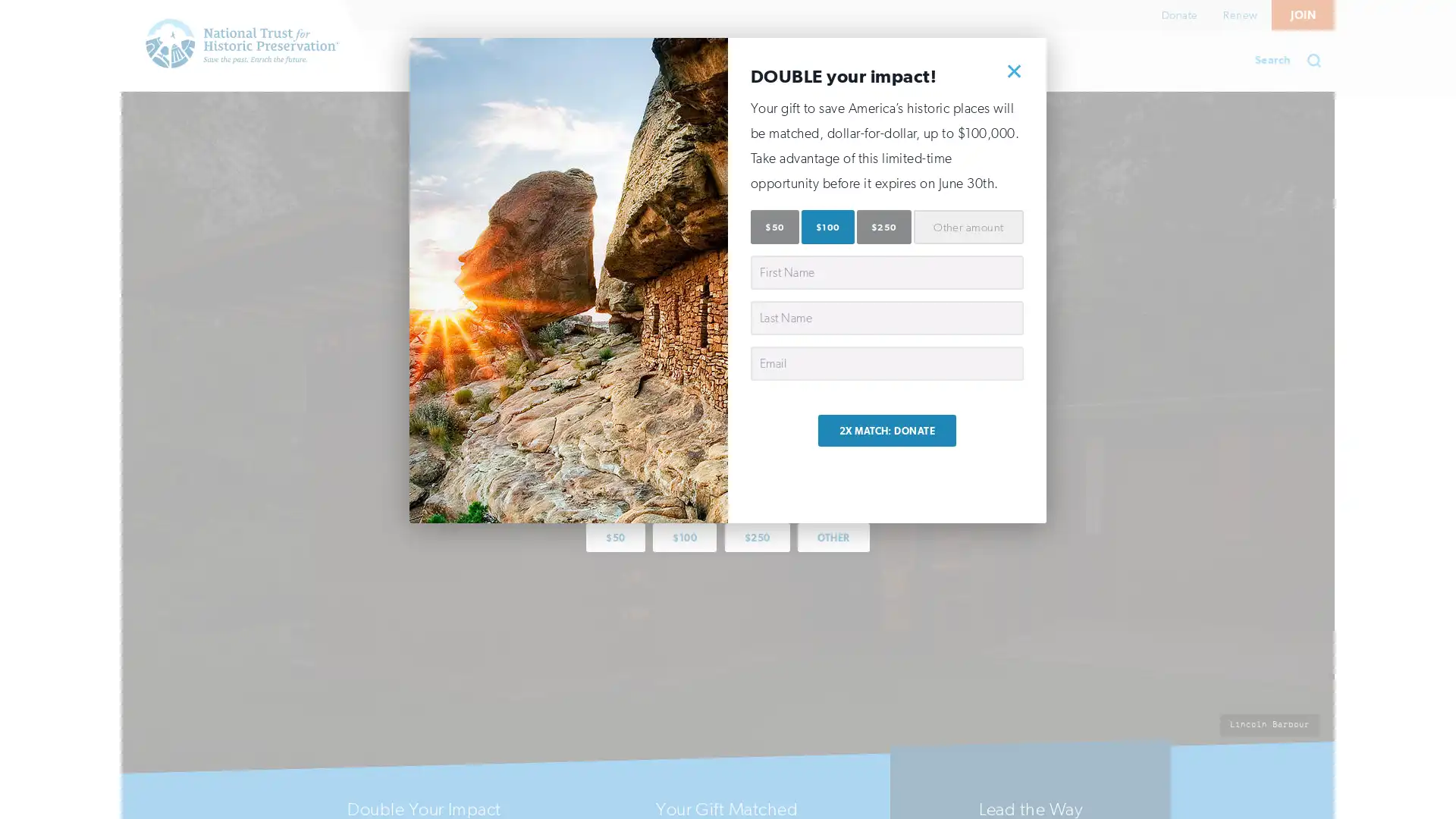 Image resolution: width=1456 pixels, height=819 pixels. What do you see at coordinates (855, 60) in the screenshot?
I see `Open Support section of the nav` at bounding box center [855, 60].